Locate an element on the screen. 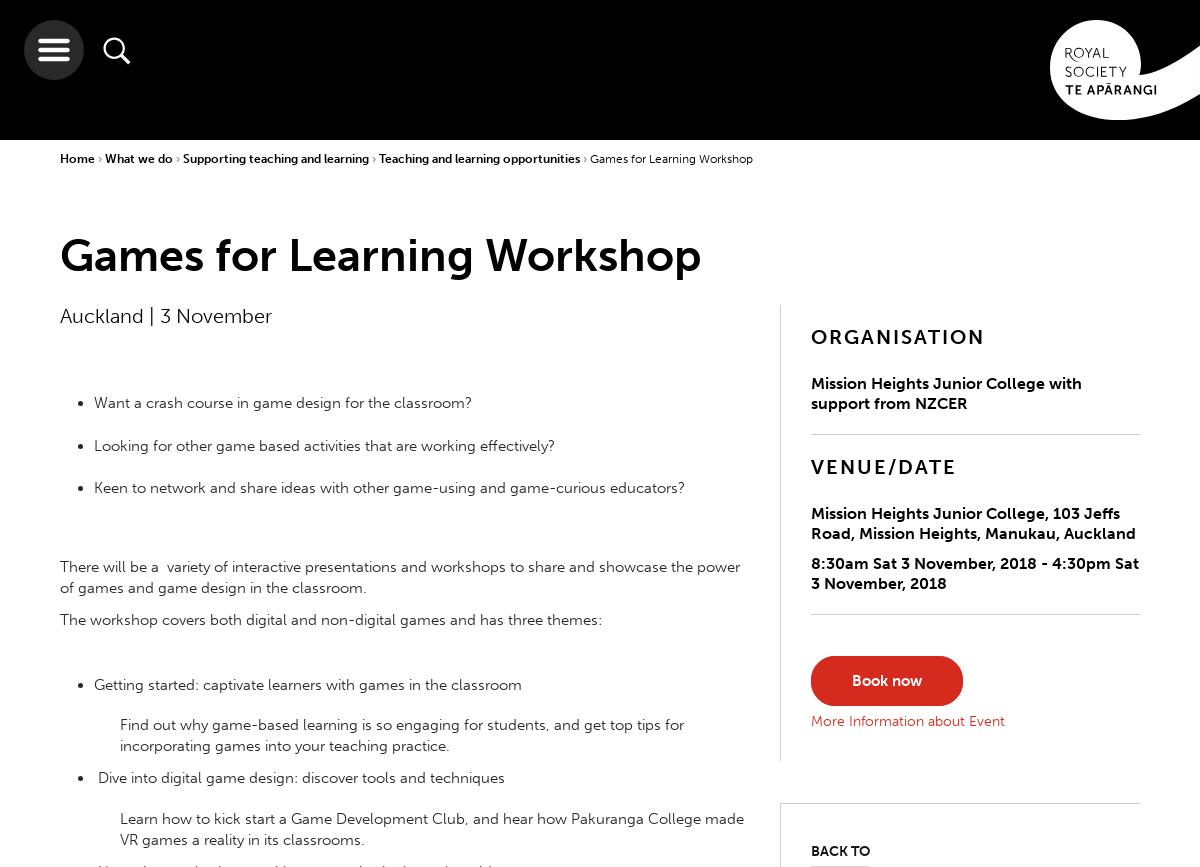  'Back to' is located at coordinates (839, 850).